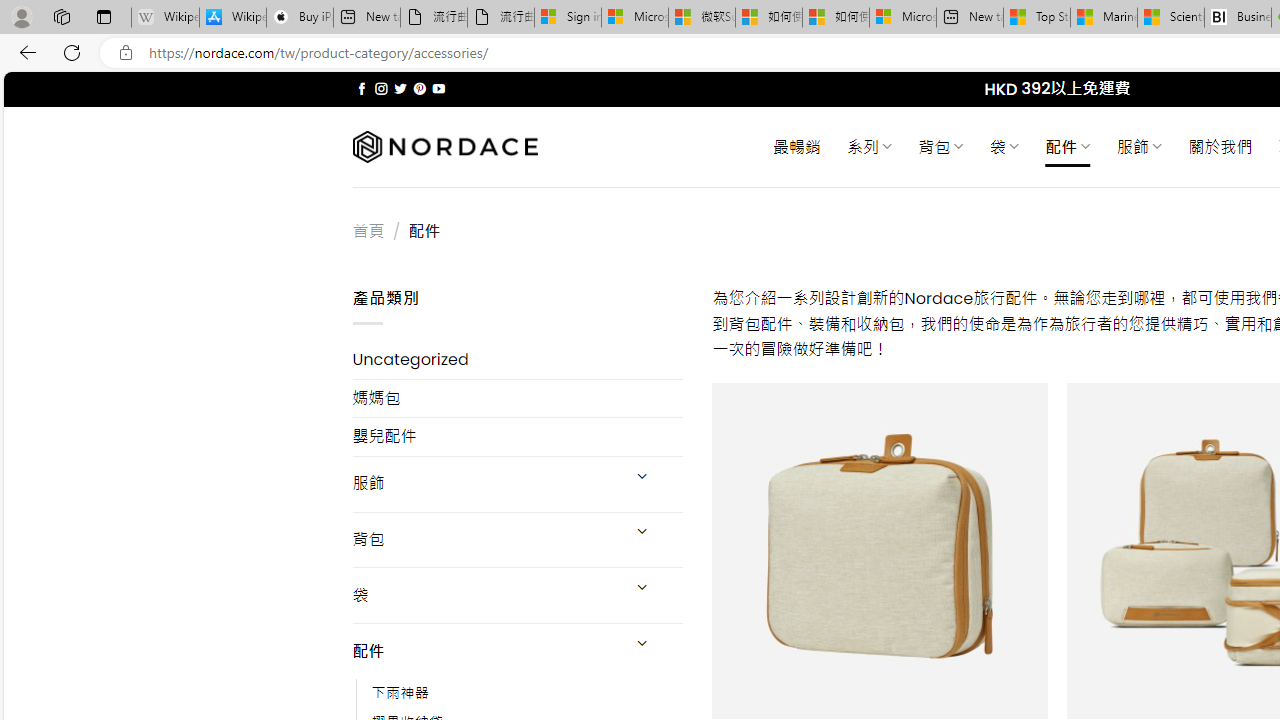 This screenshot has width=1280, height=720. I want to click on 'Microsoft Services Agreement', so click(633, 17).